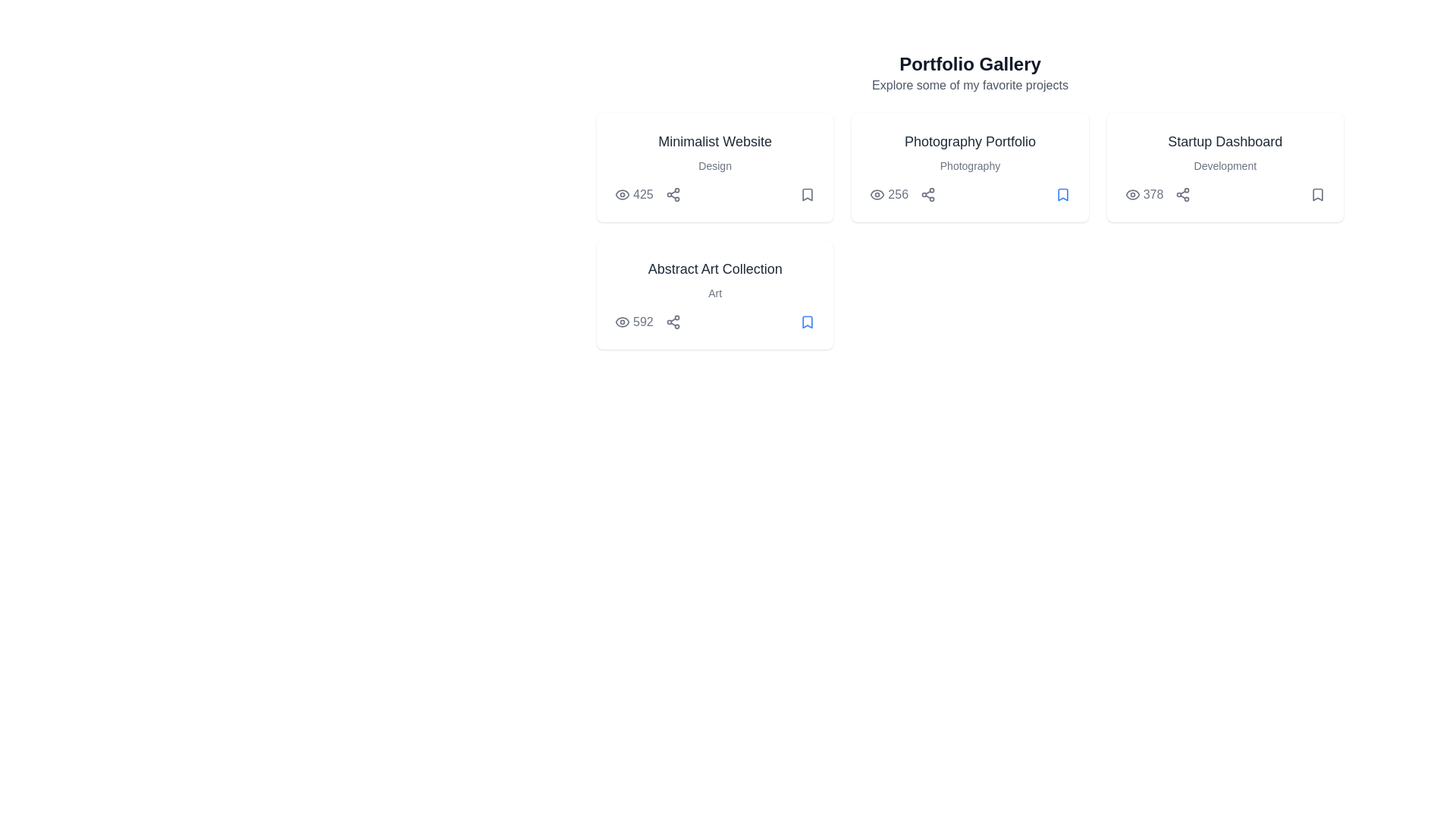 This screenshot has width=1456, height=819. Describe the element at coordinates (1316, 194) in the screenshot. I see `the bookmarking icon located at the bottom-right corner of the 'Startup Dashboard' card, near the number '378'` at that location.